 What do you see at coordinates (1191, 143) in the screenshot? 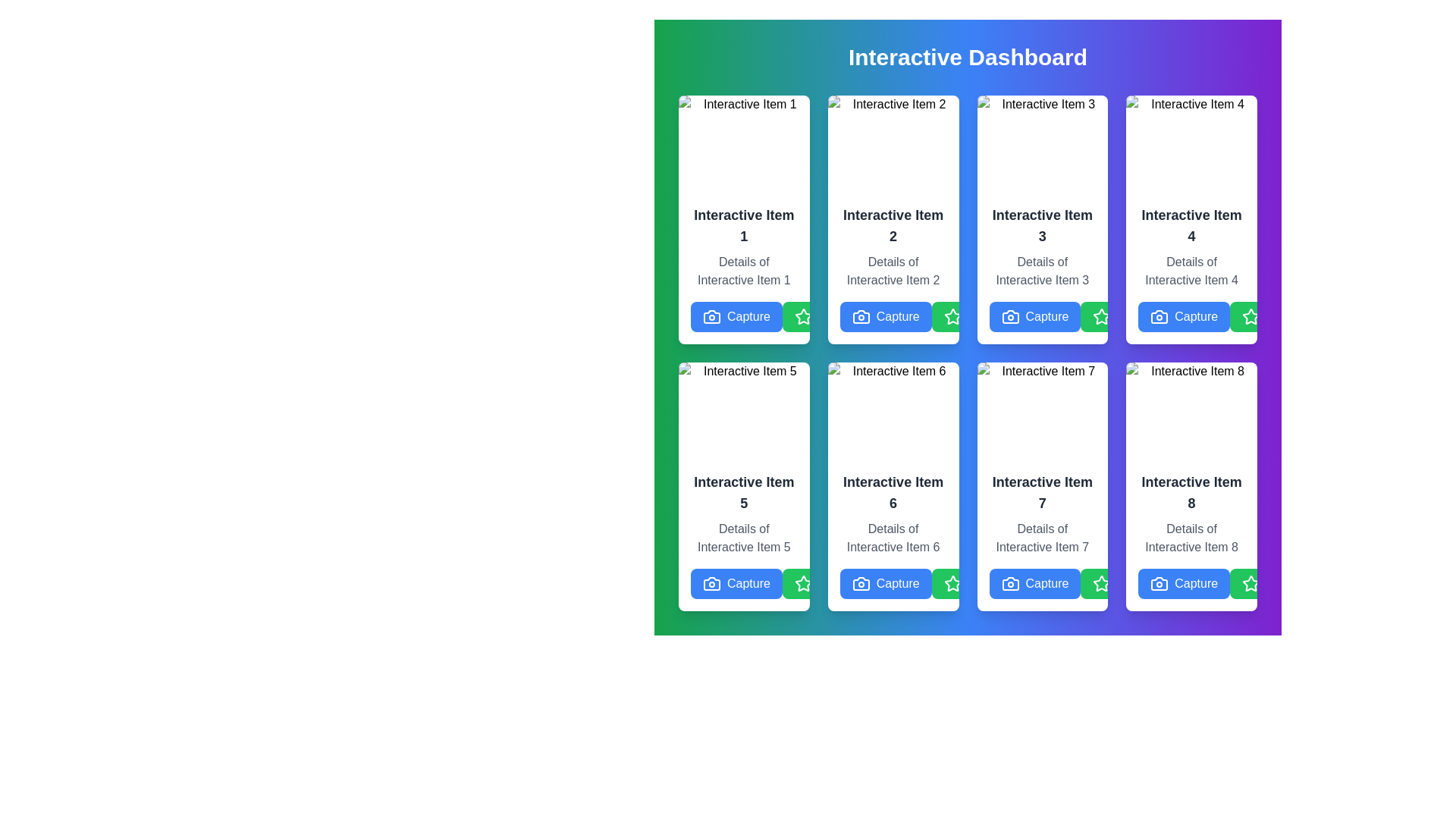
I see `the image thumbnail located at the top of the card labeled 'Interactive Item 4', which visually represents the associated content` at bounding box center [1191, 143].